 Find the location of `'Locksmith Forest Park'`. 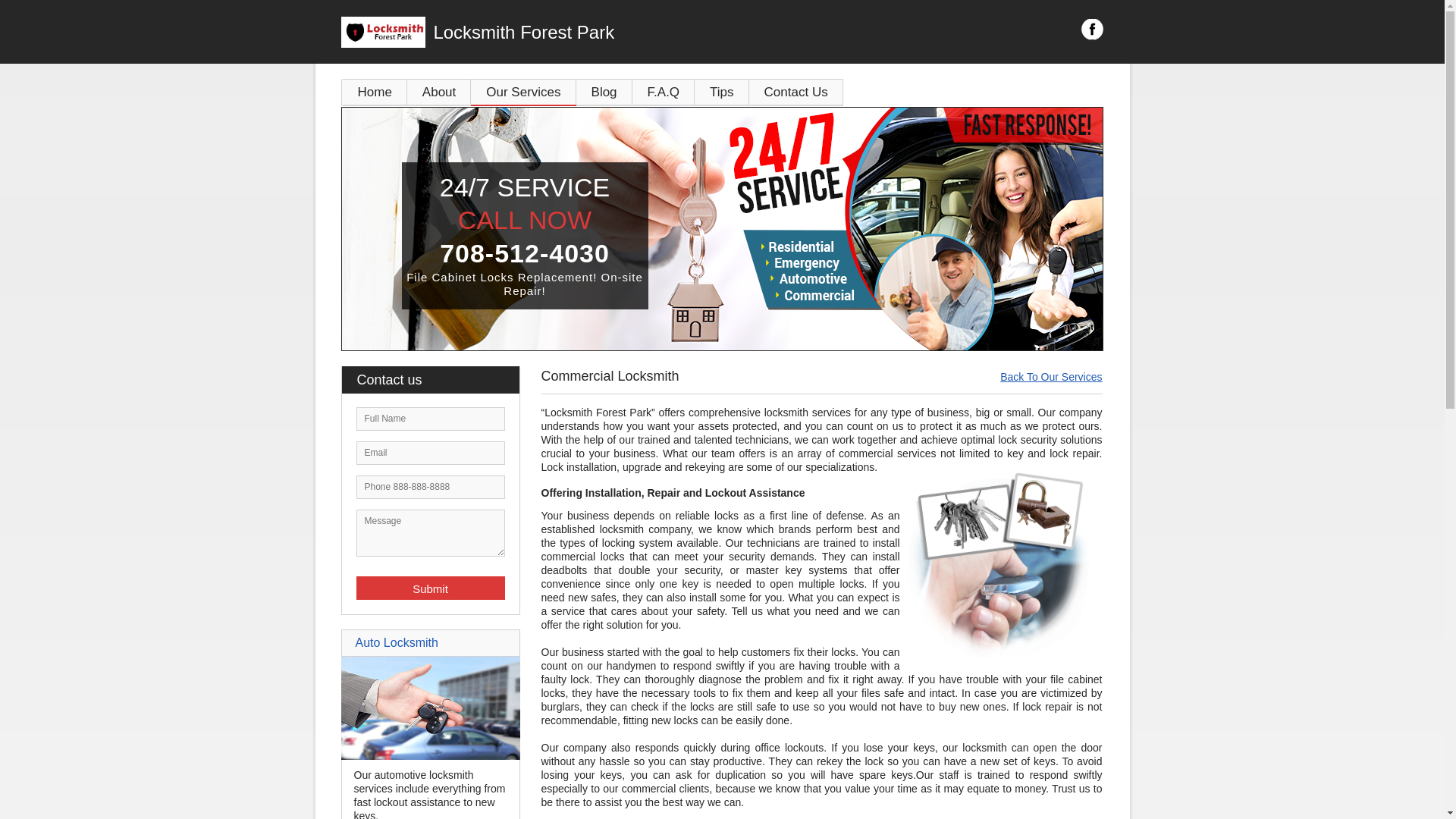

'Locksmith Forest Park' is located at coordinates (340, 32).